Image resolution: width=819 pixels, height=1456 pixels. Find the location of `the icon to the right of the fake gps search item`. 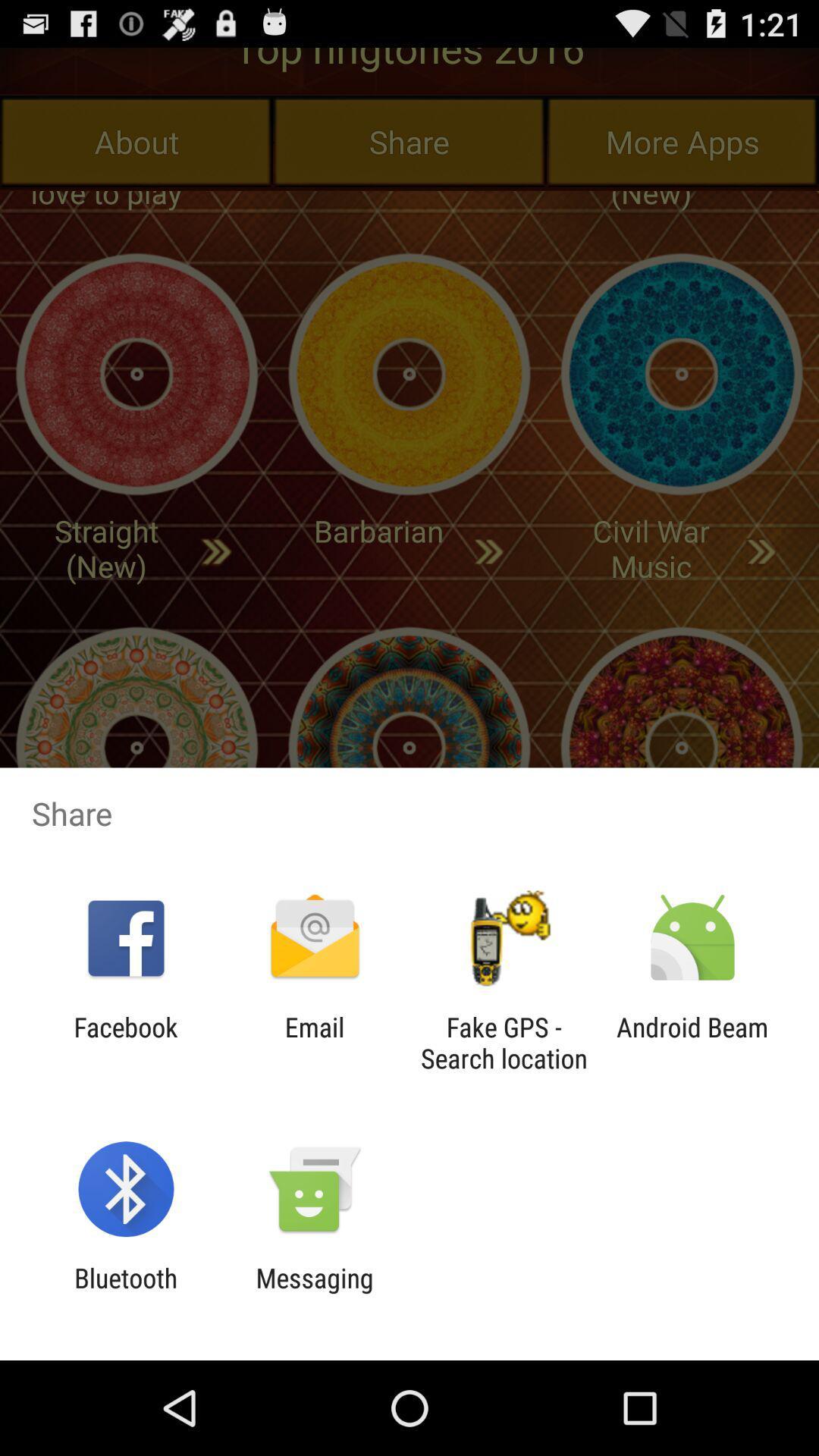

the icon to the right of the fake gps search item is located at coordinates (692, 1042).